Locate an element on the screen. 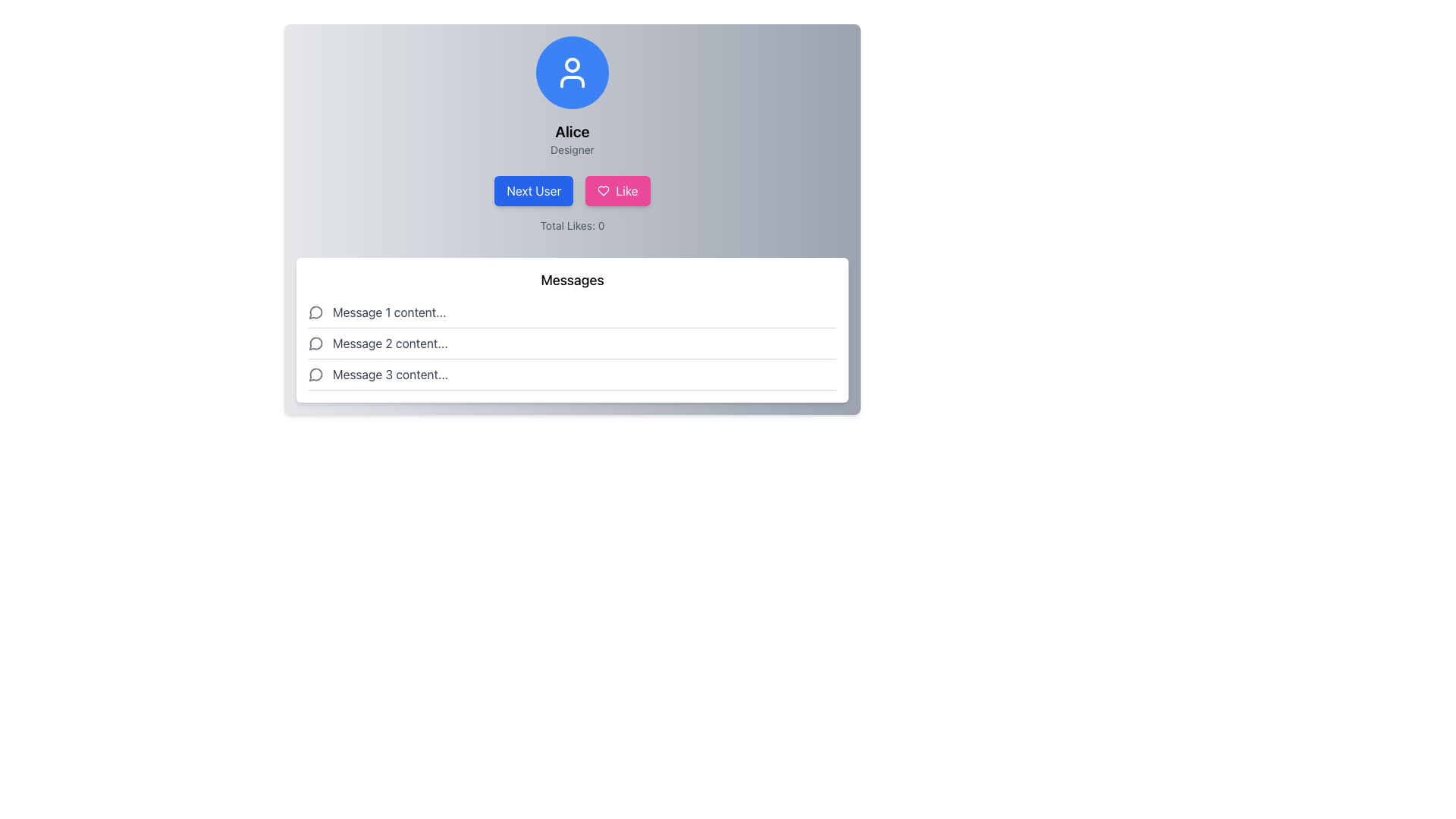 This screenshot has height=819, width=1456. the messaging icon located at the beginning of the row containing 'Message 1 content...', aligned to the left of the text message content in the 'Messages' section is located at coordinates (315, 312).